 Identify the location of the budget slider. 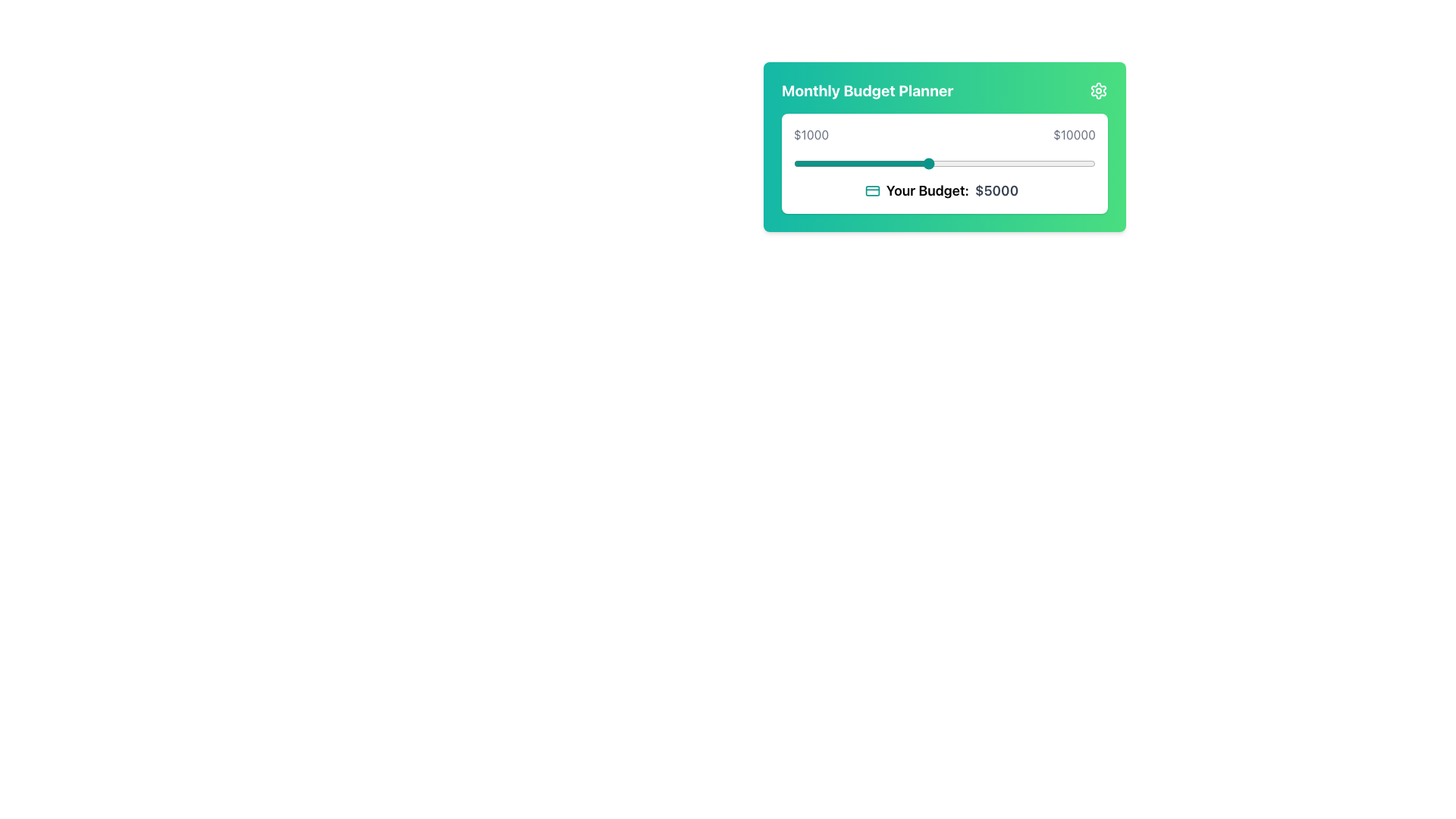
(932, 164).